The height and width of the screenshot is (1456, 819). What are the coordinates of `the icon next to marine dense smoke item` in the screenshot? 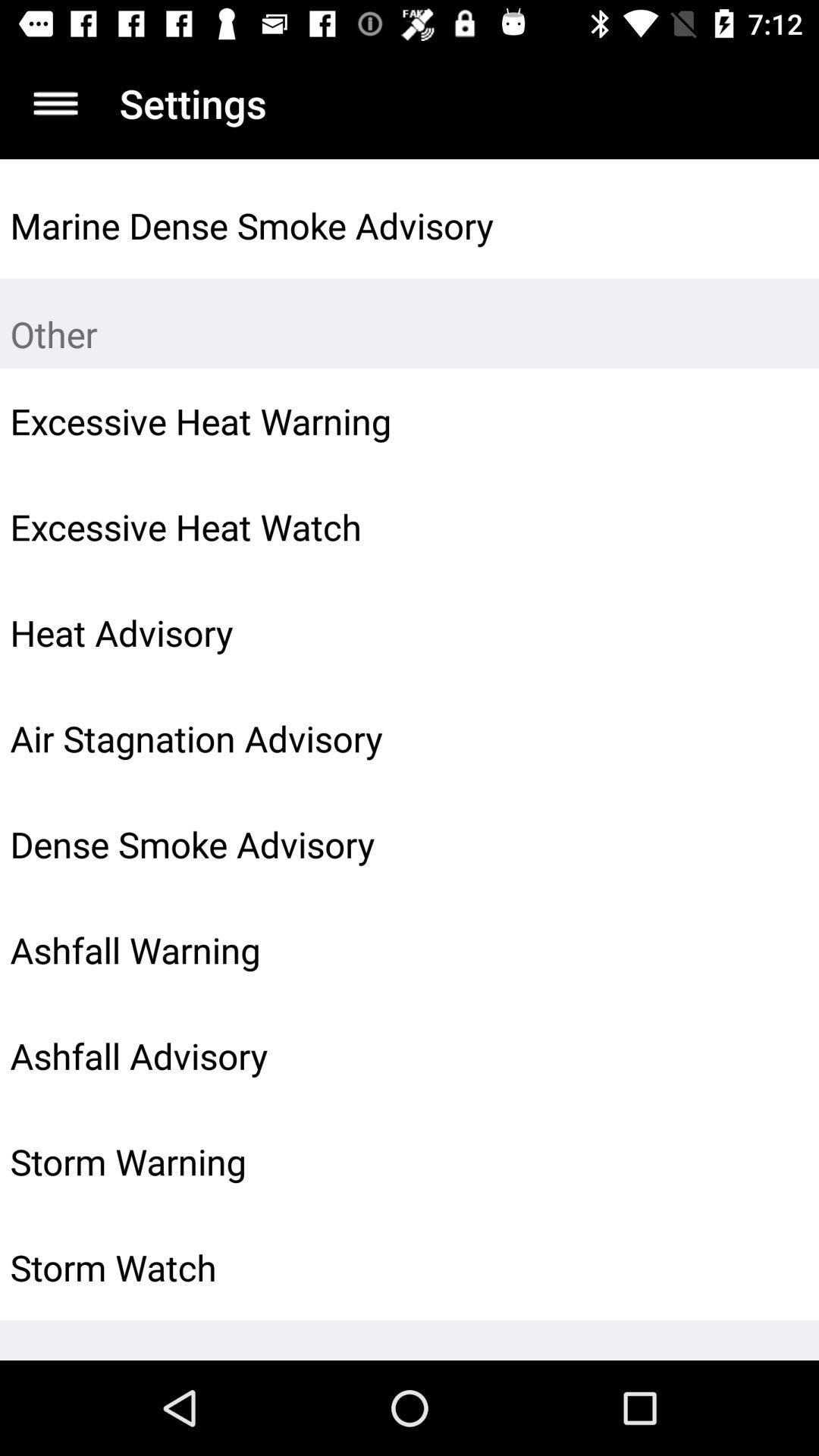 It's located at (771, 224).